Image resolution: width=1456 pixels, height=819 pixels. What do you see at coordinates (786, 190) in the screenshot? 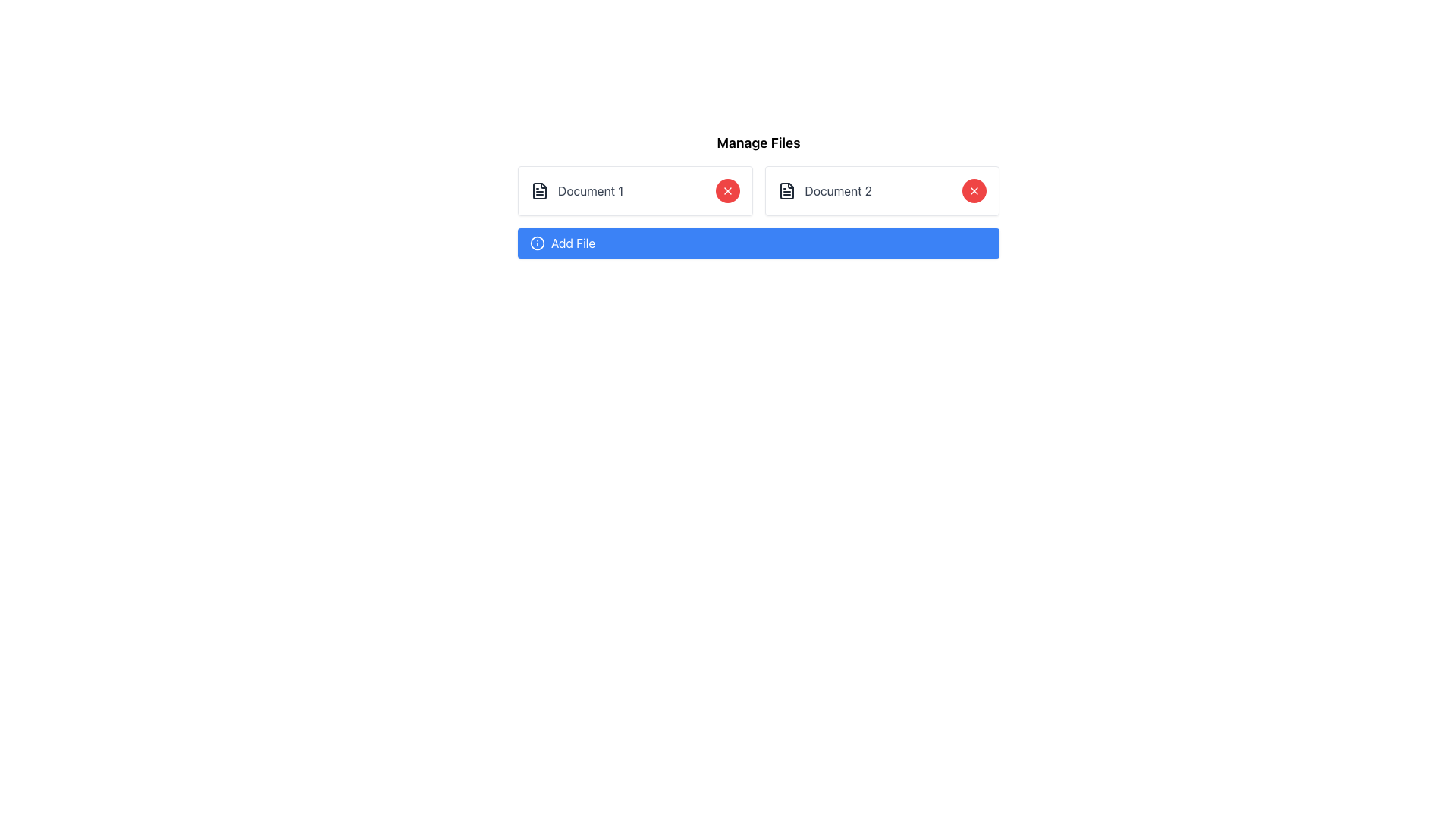
I see `the icon representing the file association for the second document, located directly to the left of the label 'Document 2'` at bounding box center [786, 190].